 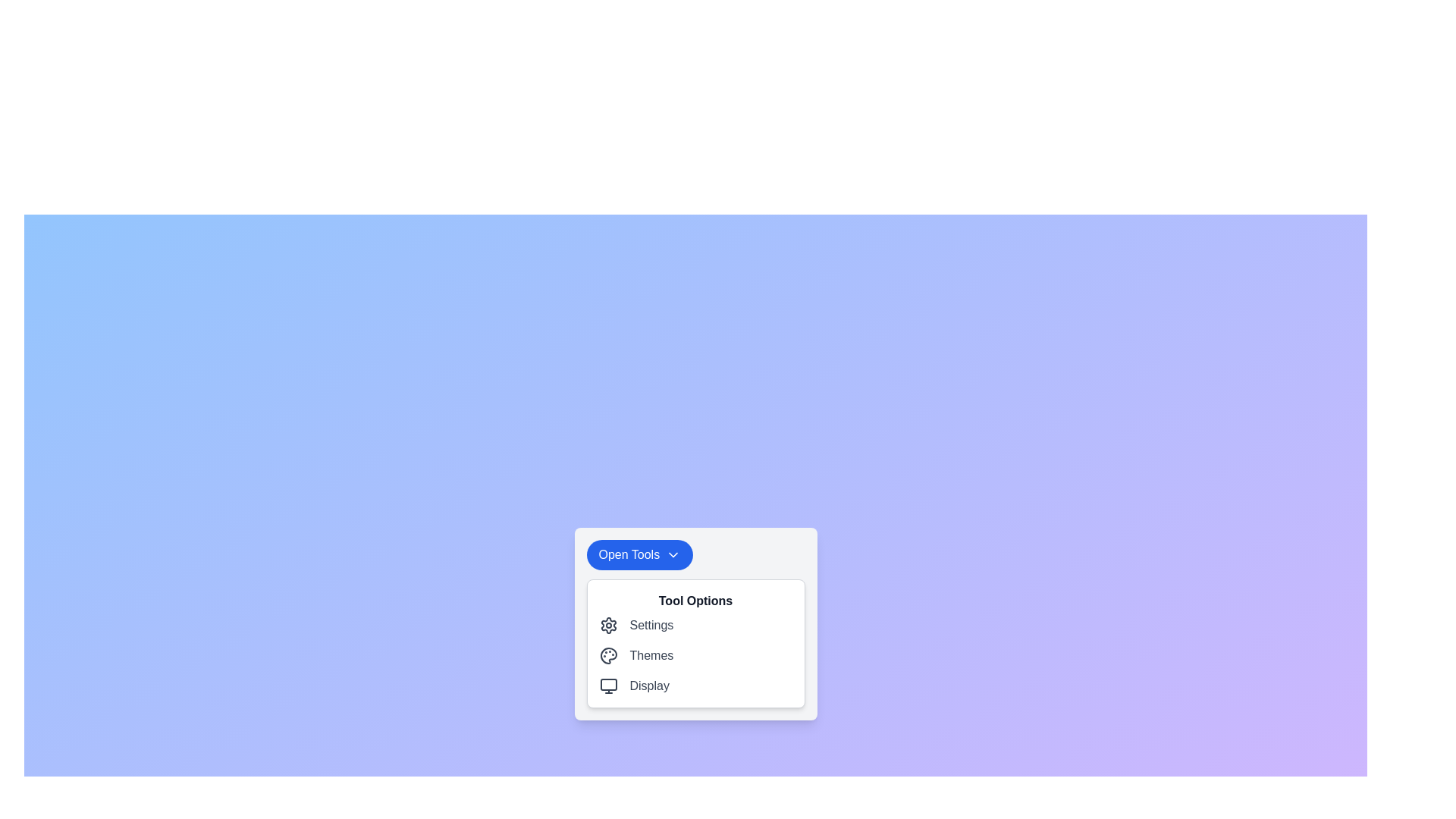 What do you see at coordinates (639, 555) in the screenshot?
I see `the button that reveals a dropdown menu or panel, providing access to additional options or tools` at bounding box center [639, 555].